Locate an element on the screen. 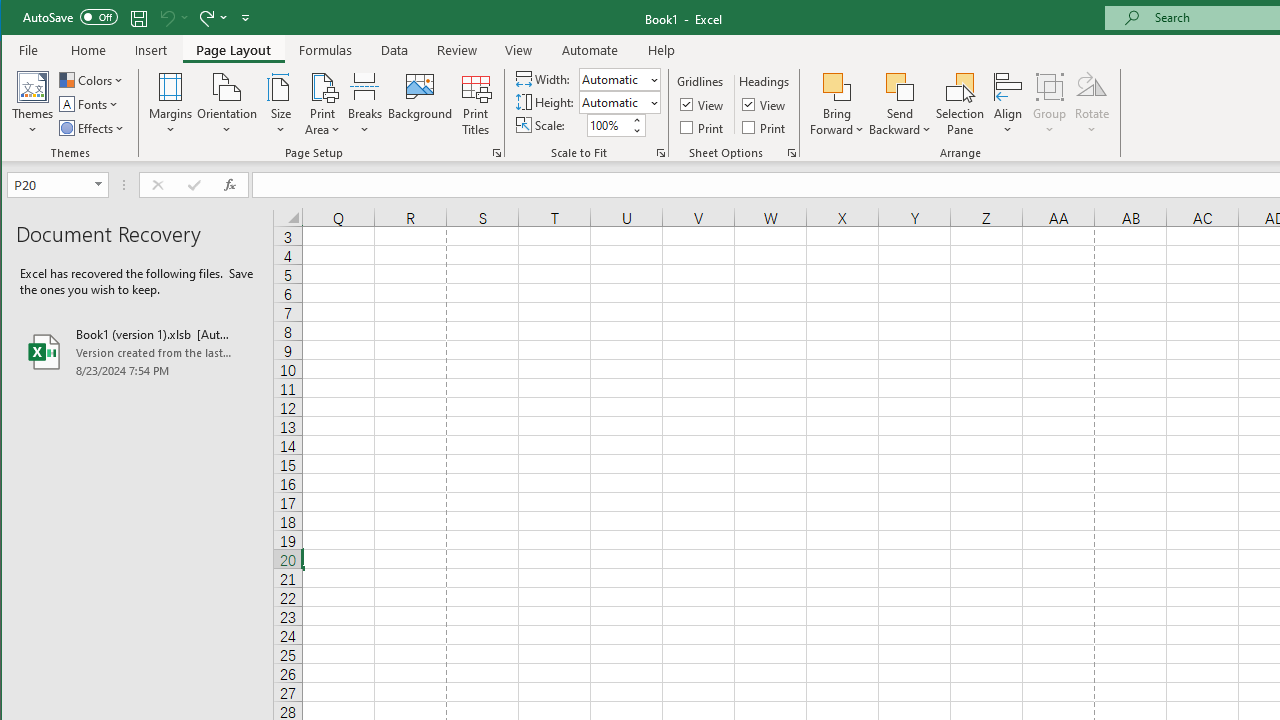  'Background...' is located at coordinates (419, 104).